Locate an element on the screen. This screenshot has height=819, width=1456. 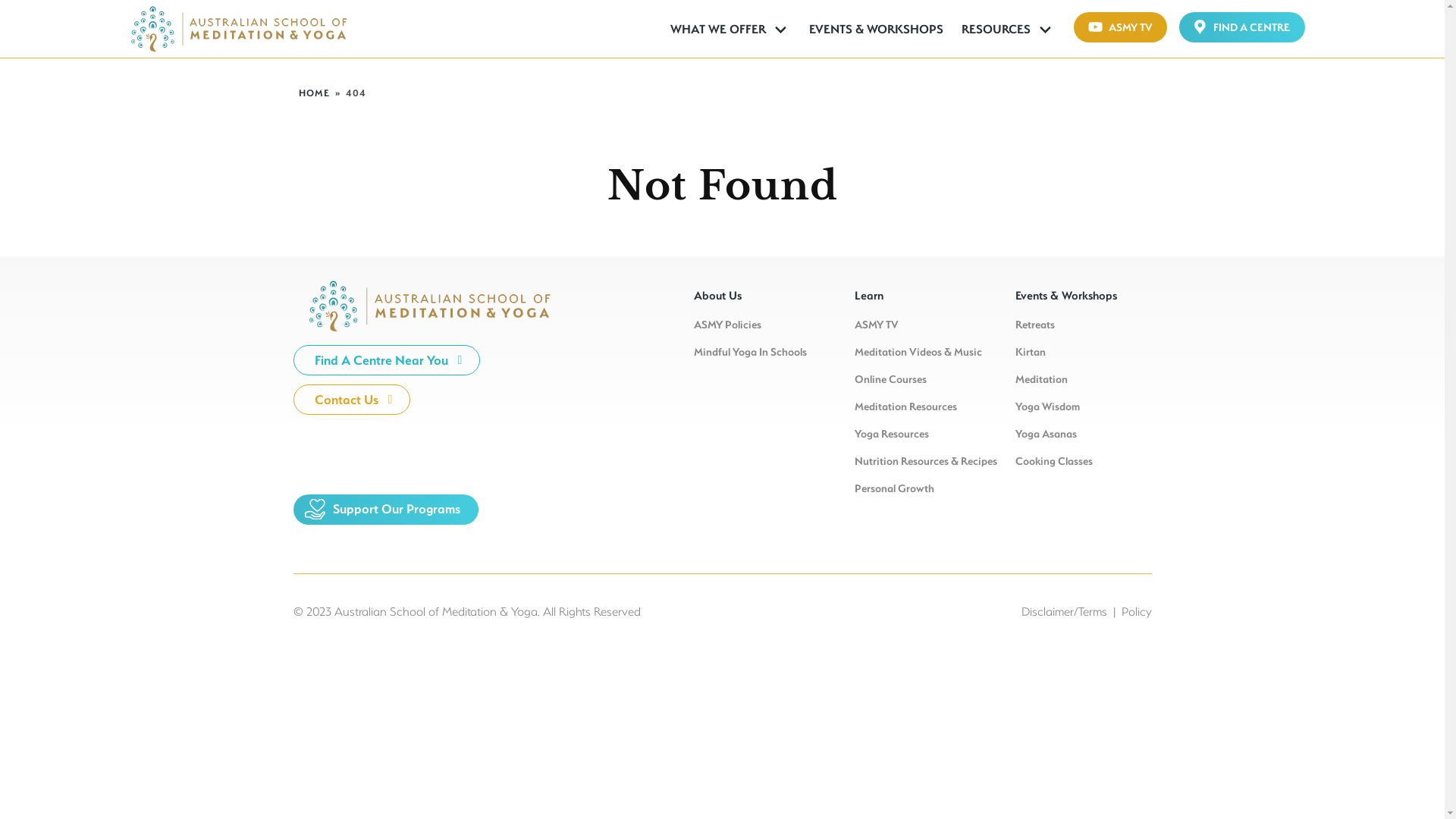
'Online Courses' is located at coordinates (854, 378).